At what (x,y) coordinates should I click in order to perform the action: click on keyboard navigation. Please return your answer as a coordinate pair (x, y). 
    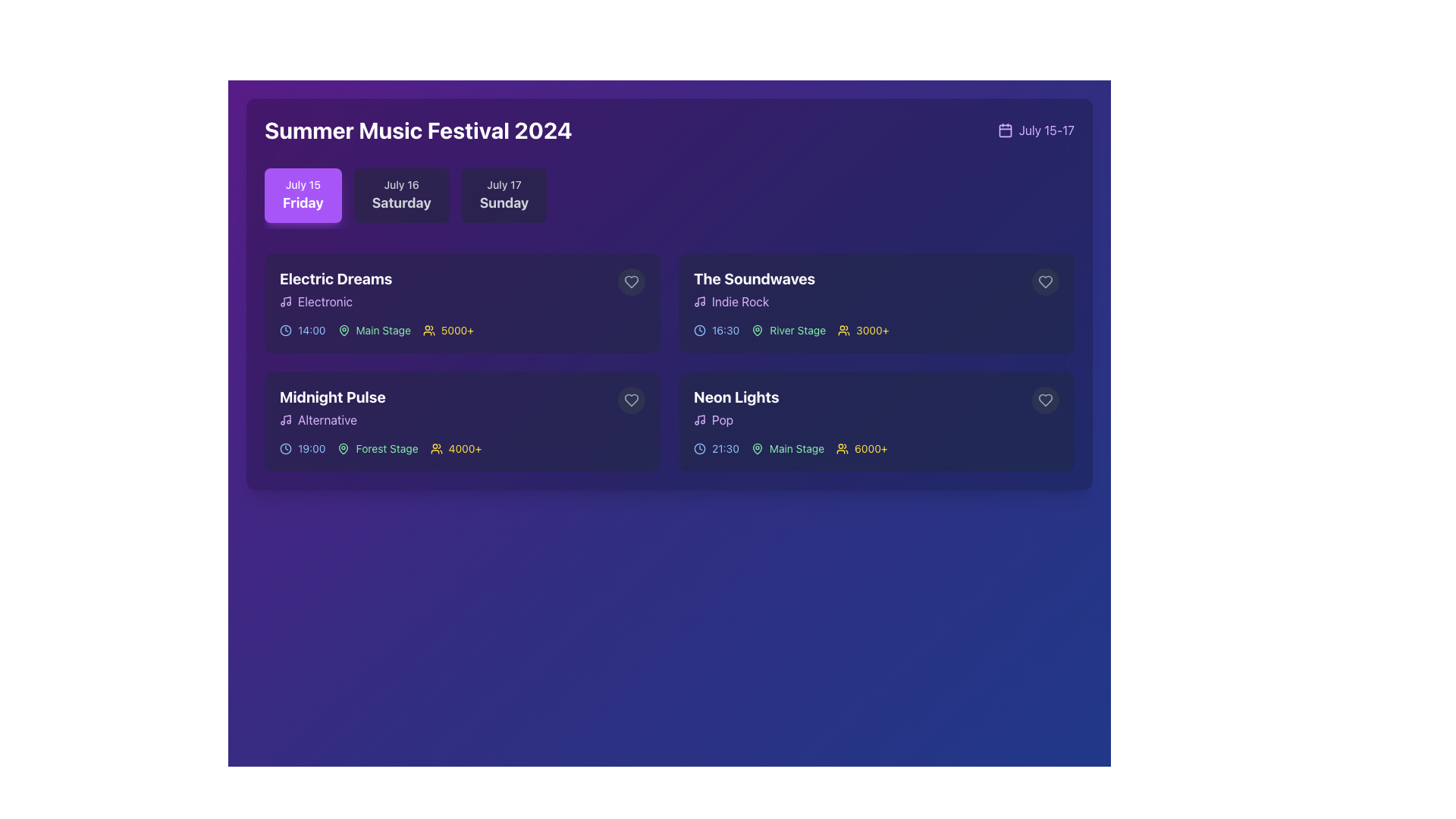
    Looking at the image, I should click on (632, 281).